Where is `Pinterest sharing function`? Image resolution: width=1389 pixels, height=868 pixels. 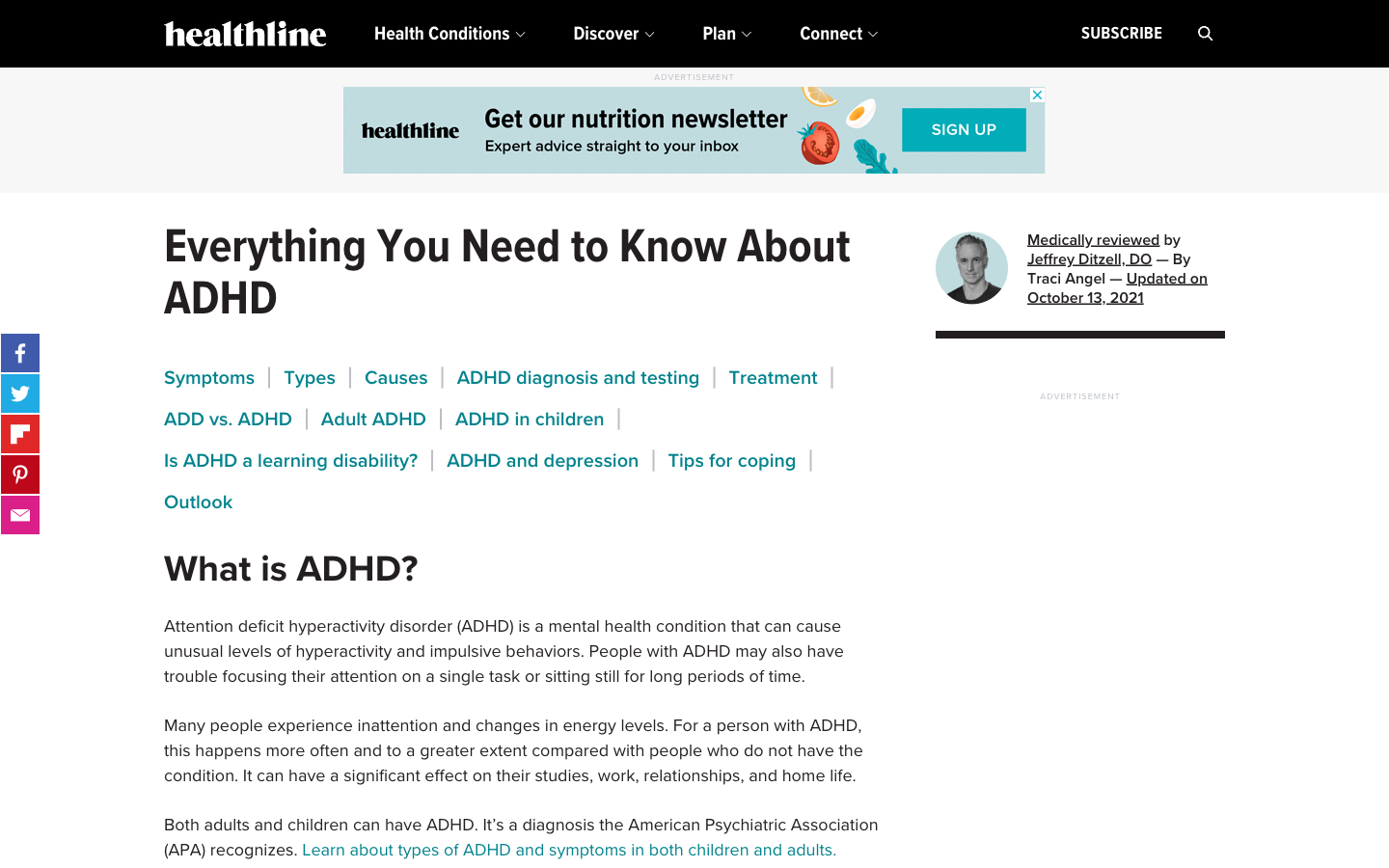 Pinterest sharing function is located at coordinates (19, 474).